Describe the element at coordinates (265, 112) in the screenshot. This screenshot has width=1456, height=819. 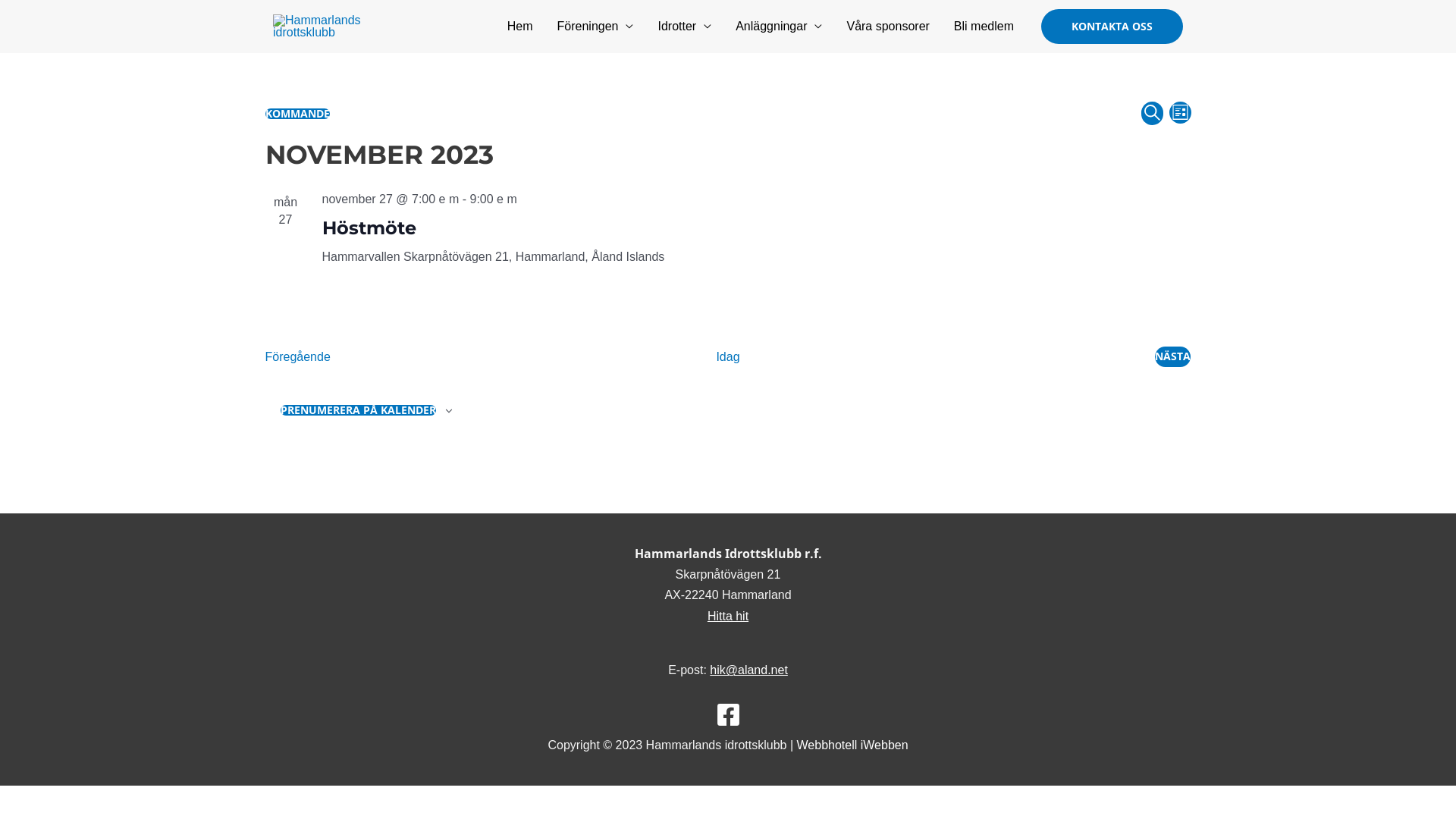
I see `'KOMMANDE'` at that location.